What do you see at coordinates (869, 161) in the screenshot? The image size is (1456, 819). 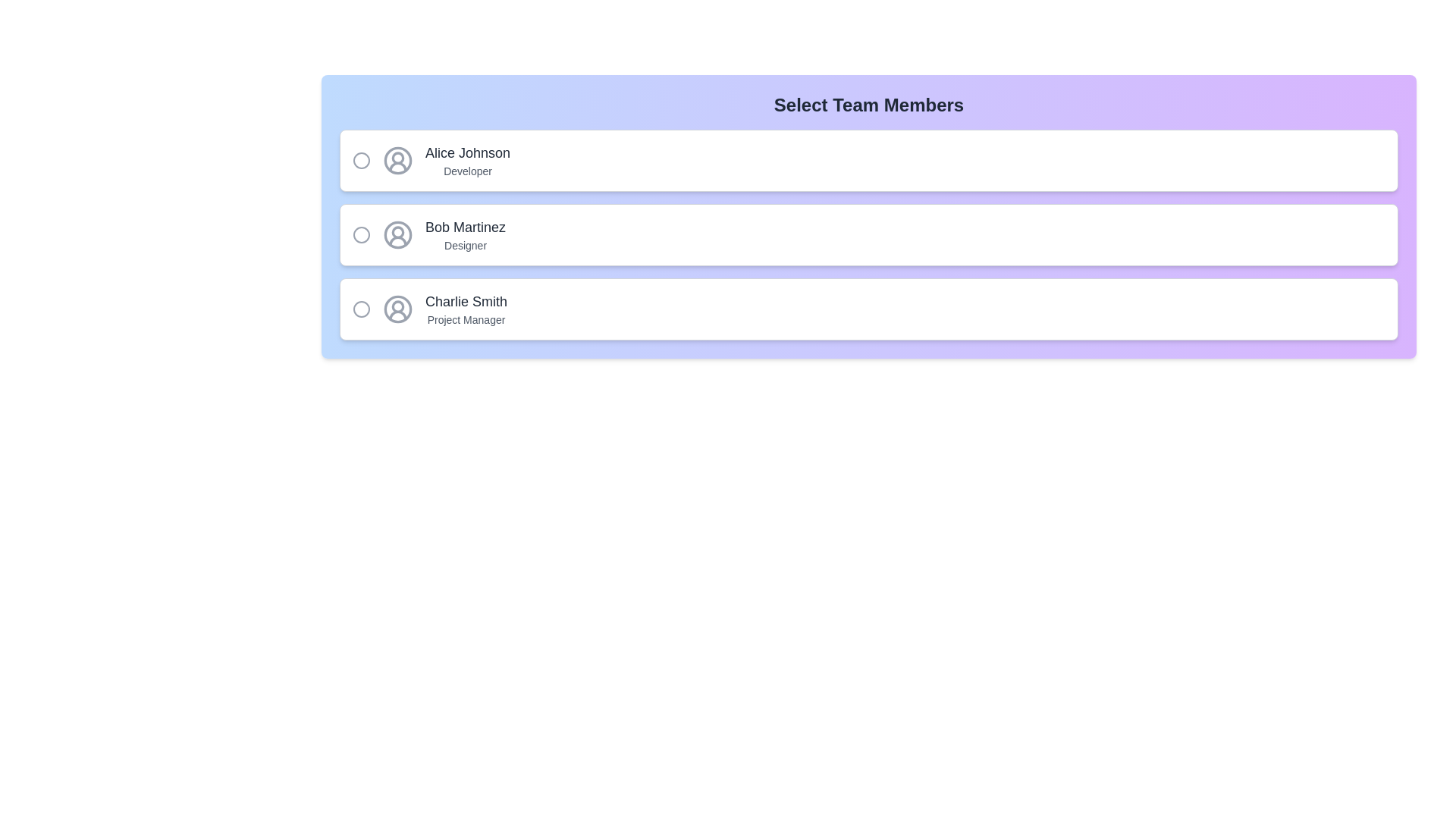 I see `the selectable user profile for Alice Johnson, which is the first item in the list of team members` at bounding box center [869, 161].